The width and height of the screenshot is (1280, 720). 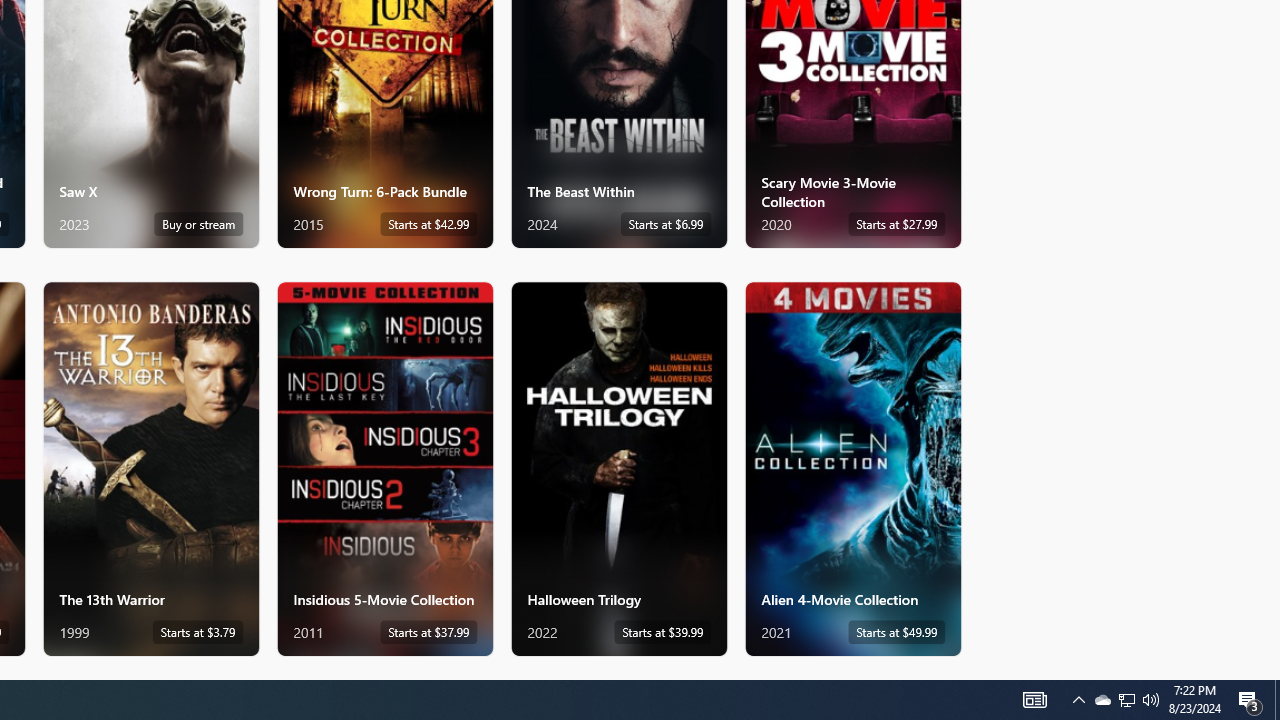 What do you see at coordinates (853, 468) in the screenshot?
I see `'Alien 4-Movie Collection. Starts at $49.99  '` at bounding box center [853, 468].